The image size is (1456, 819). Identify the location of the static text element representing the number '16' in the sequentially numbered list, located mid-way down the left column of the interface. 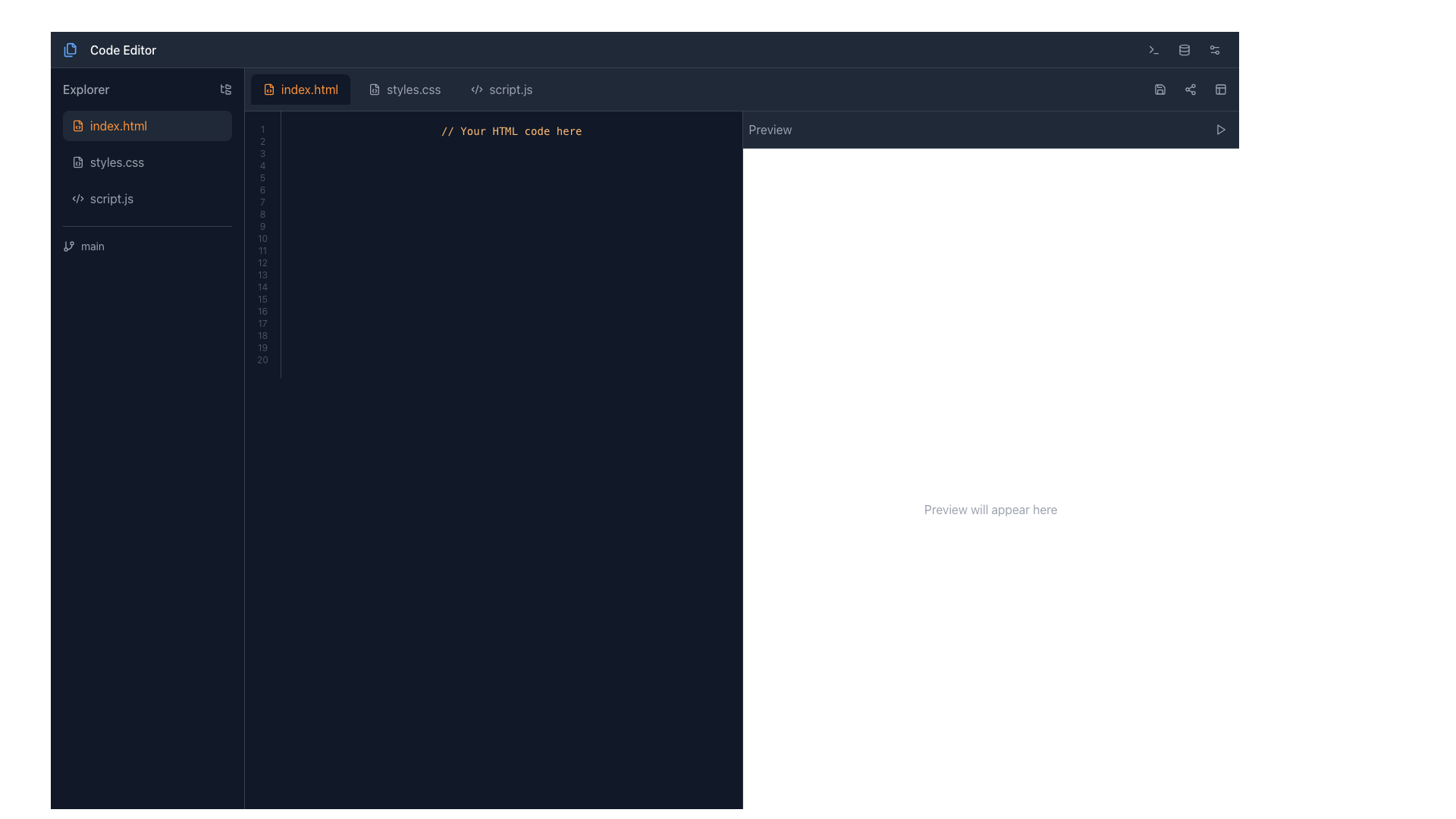
(262, 311).